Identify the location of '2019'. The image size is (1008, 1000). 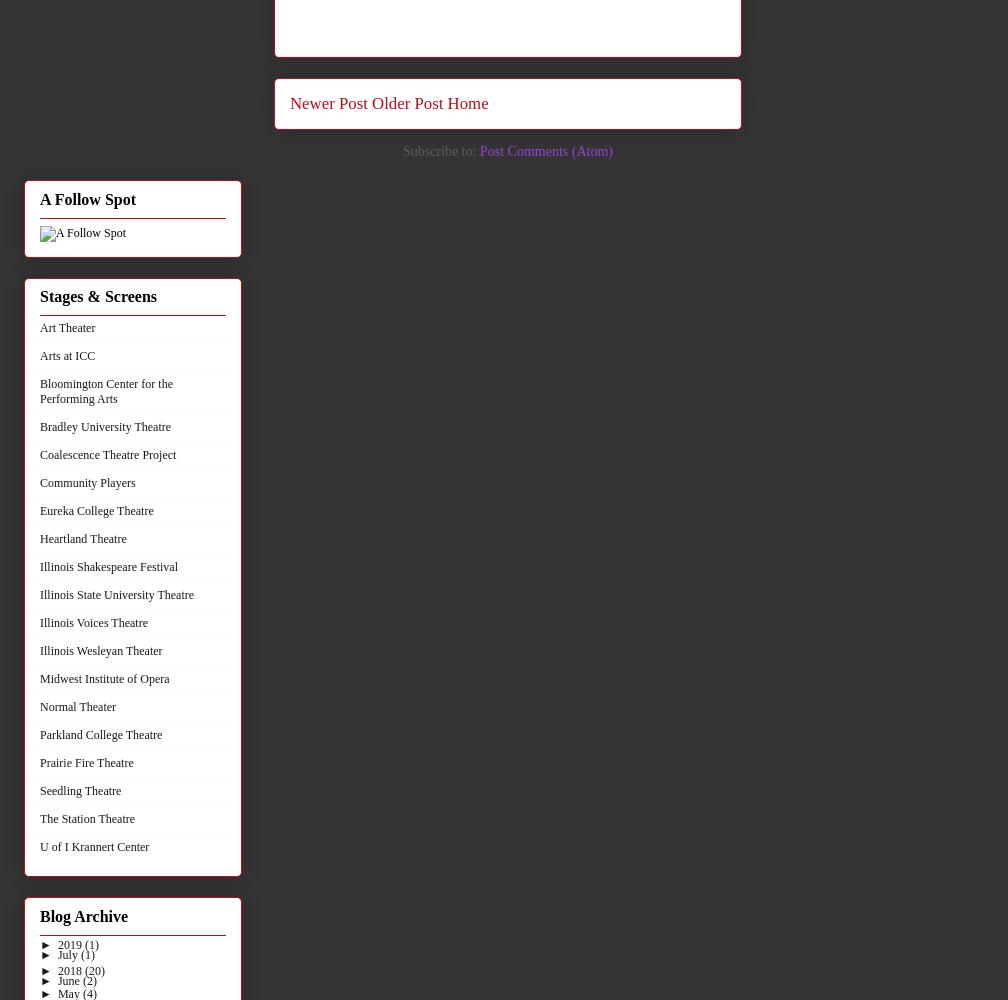
(70, 943).